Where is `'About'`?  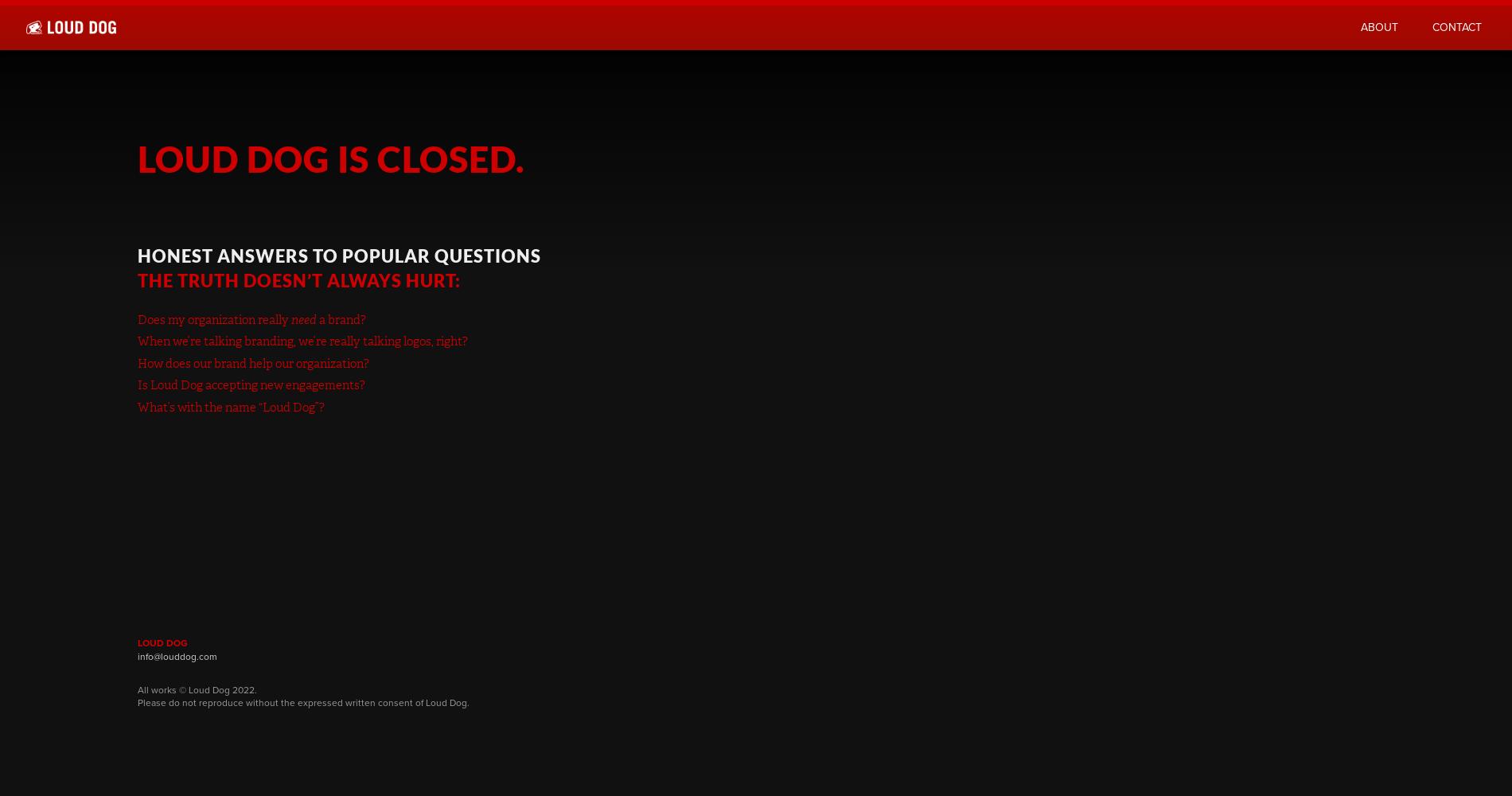 'About' is located at coordinates (1360, 27).